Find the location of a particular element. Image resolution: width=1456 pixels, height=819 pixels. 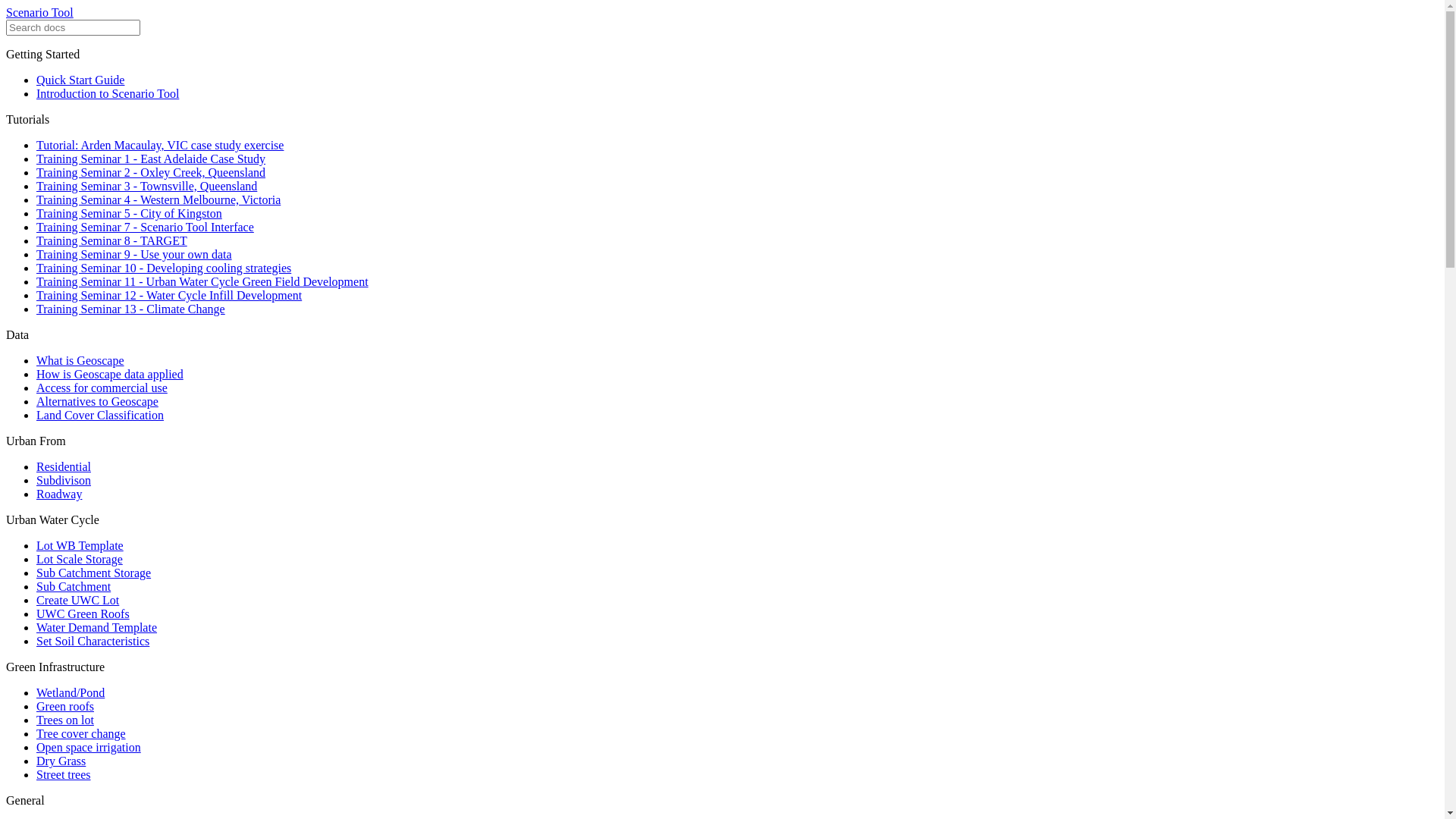

'Training Seminar 13 - Climate Change' is located at coordinates (130, 308).